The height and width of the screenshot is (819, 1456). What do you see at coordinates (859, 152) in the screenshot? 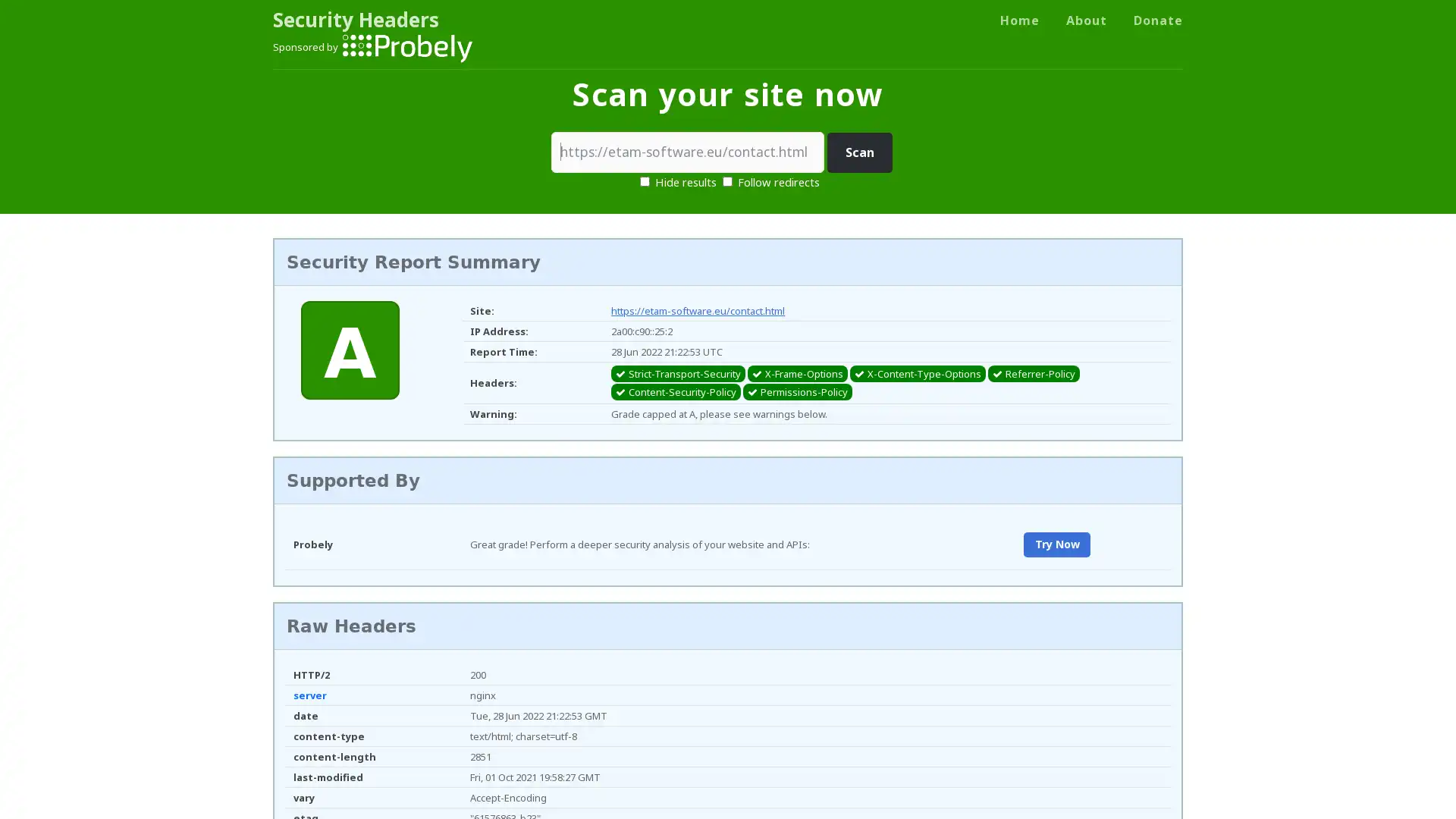
I see `Scan` at bounding box center [859, 152].